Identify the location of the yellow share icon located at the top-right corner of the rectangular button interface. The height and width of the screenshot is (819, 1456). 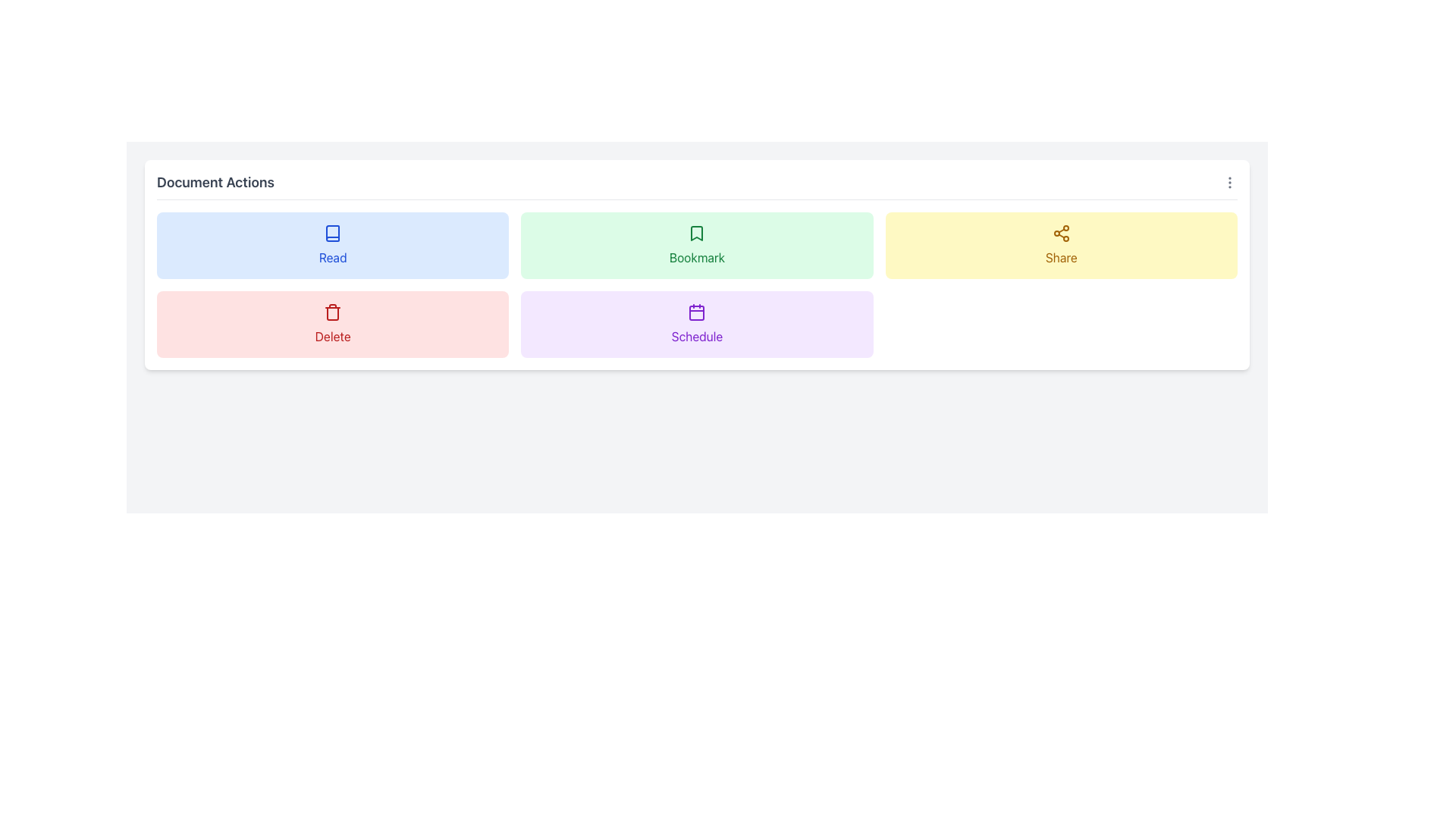
(1060, 234).